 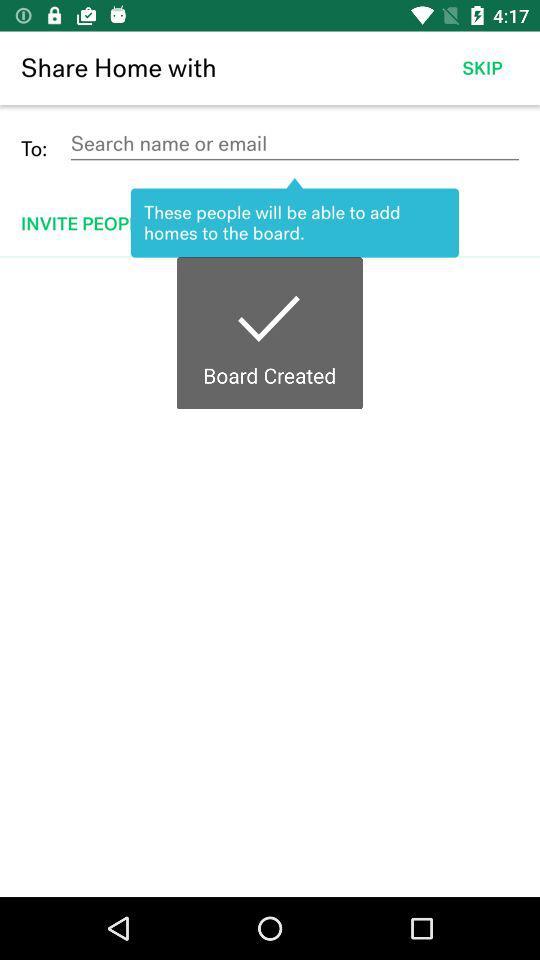 I want to click on type contact name or email, so click(x=293, y=143).